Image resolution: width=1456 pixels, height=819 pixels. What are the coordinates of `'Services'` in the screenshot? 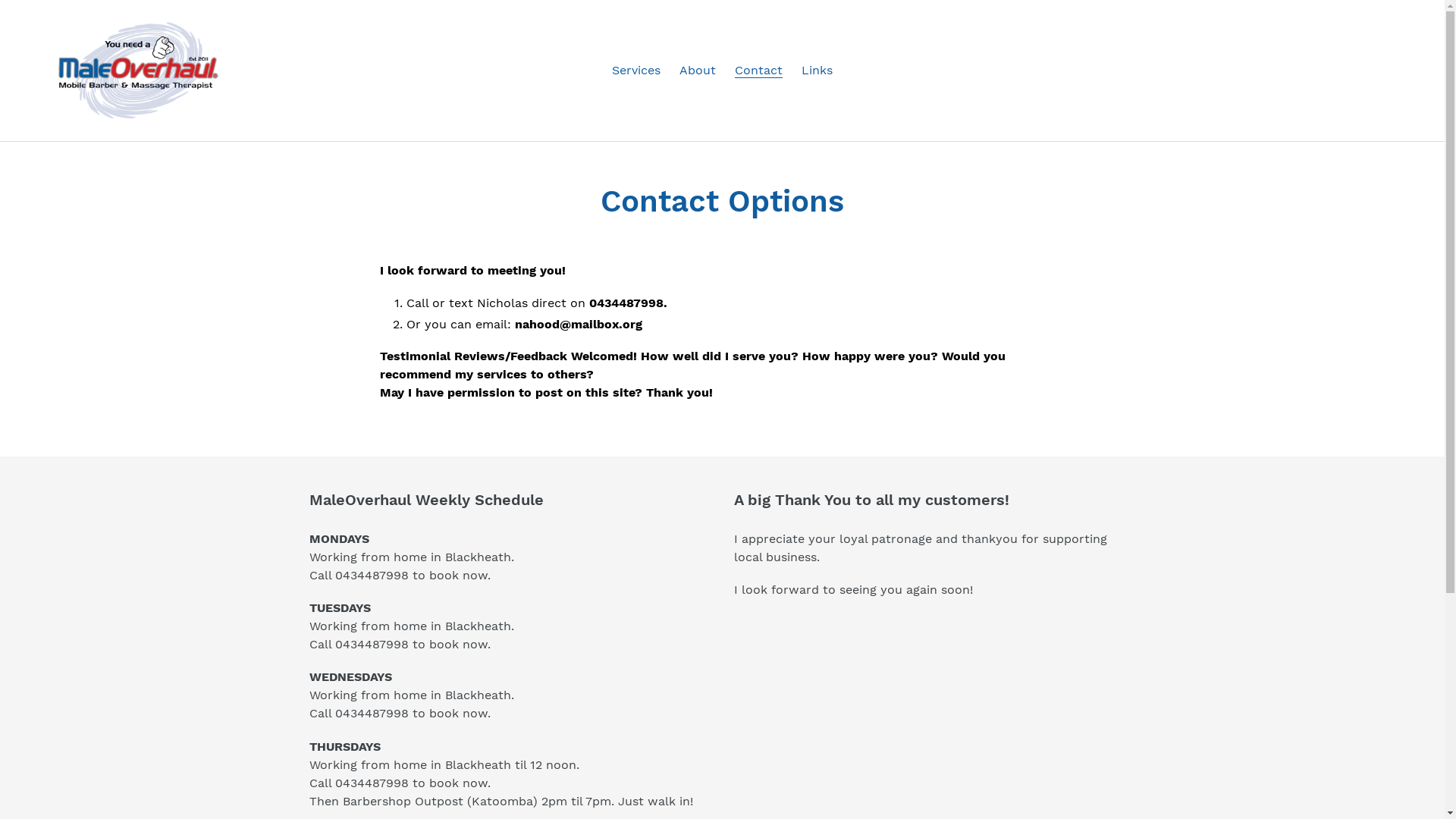 It's located at (636, 70).